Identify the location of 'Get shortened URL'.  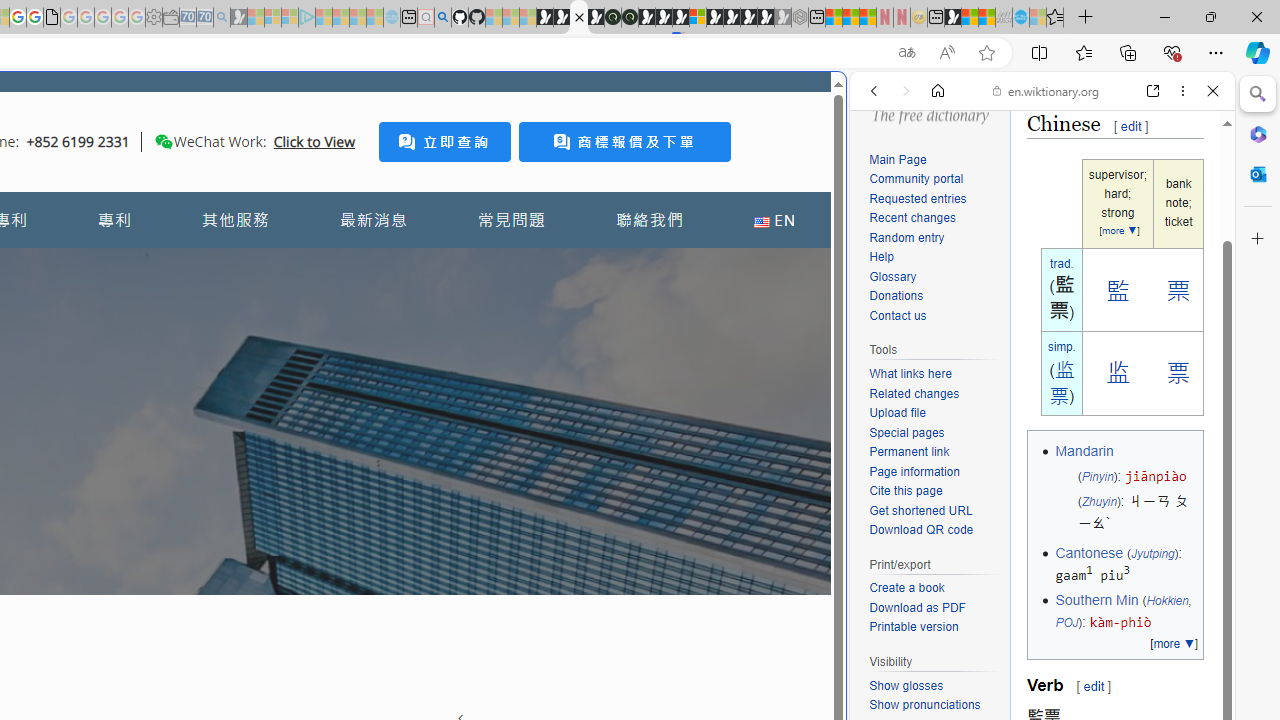
(919, 509).